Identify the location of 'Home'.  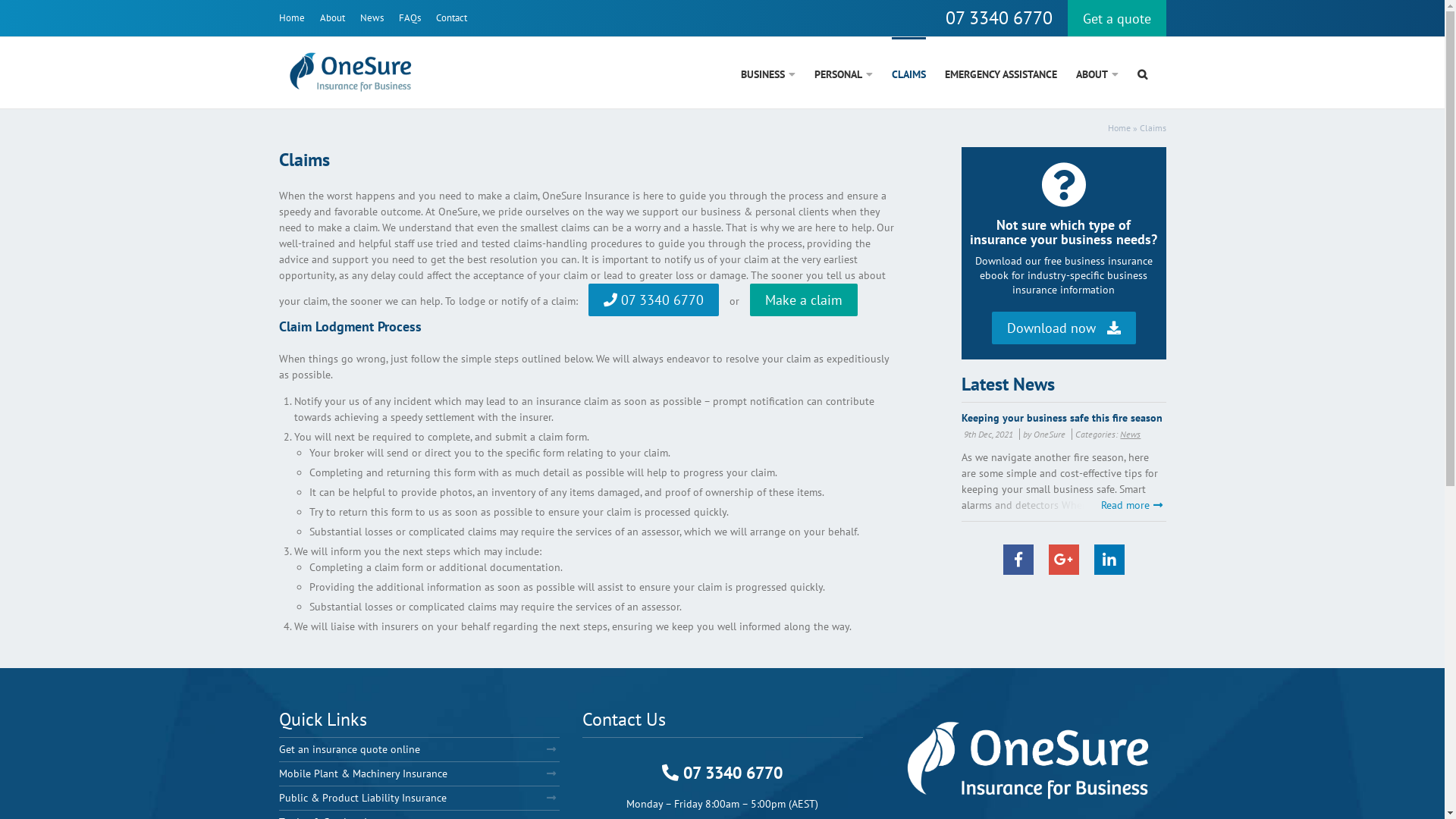
(291, 17).